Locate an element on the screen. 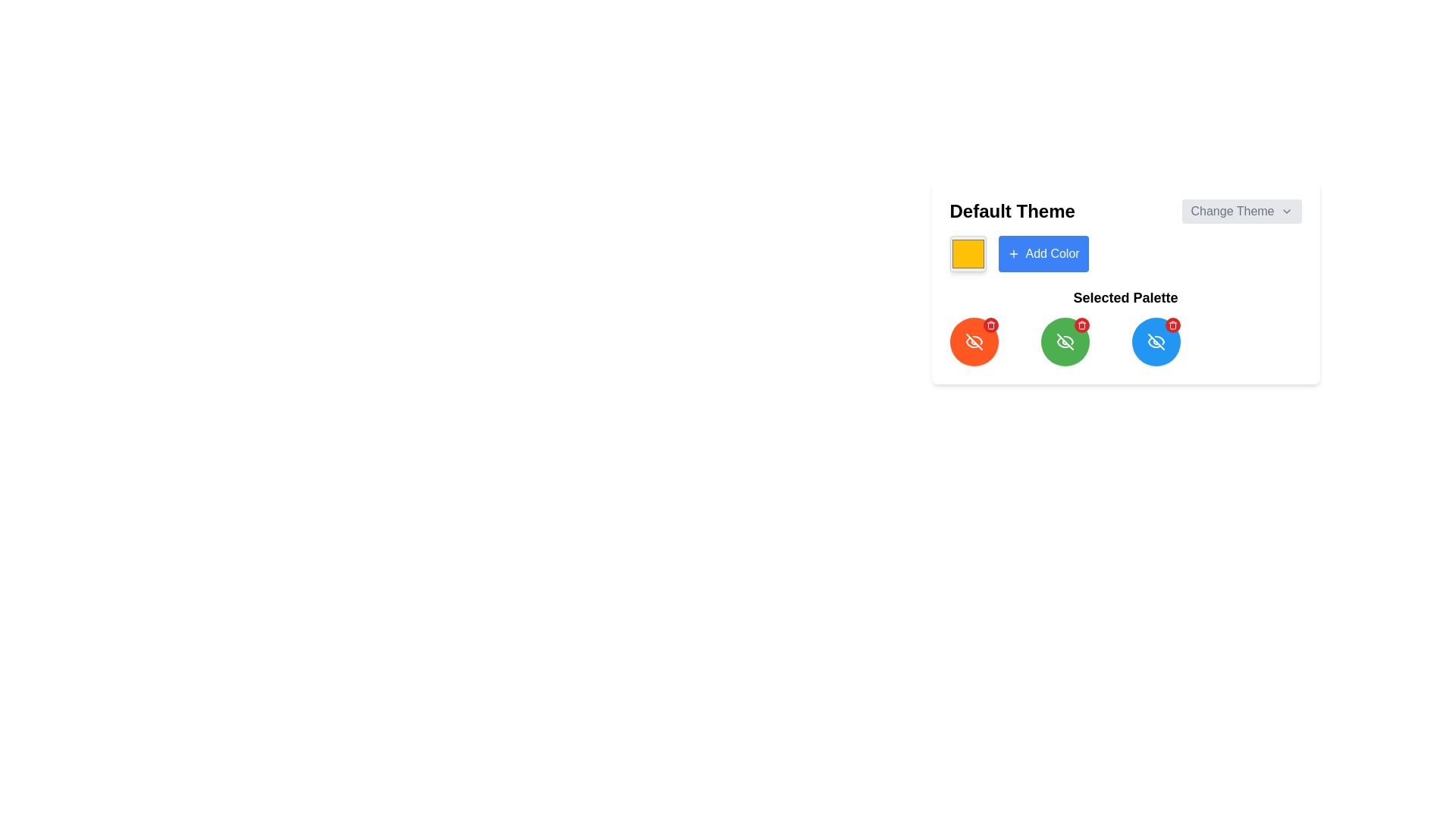 The height and width of the screenshot is (819, 1456). the visibility toggle icon located in the middle circular button of the 'Selected Palette' group, which has a red background is located at coordinates (974, 342).